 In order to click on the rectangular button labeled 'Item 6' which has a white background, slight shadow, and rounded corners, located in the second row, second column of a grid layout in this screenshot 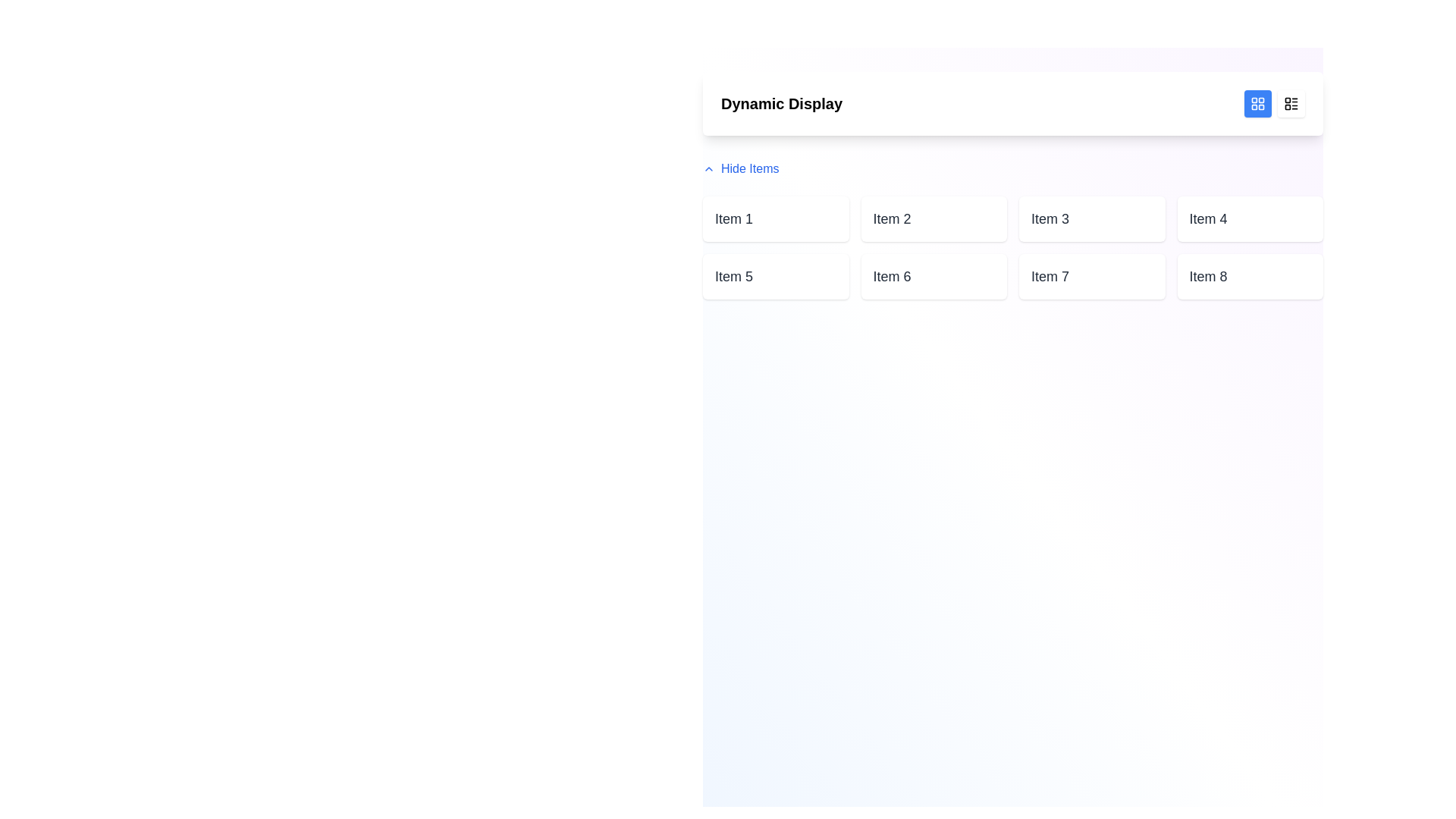, I will do `click(933, 277)`.